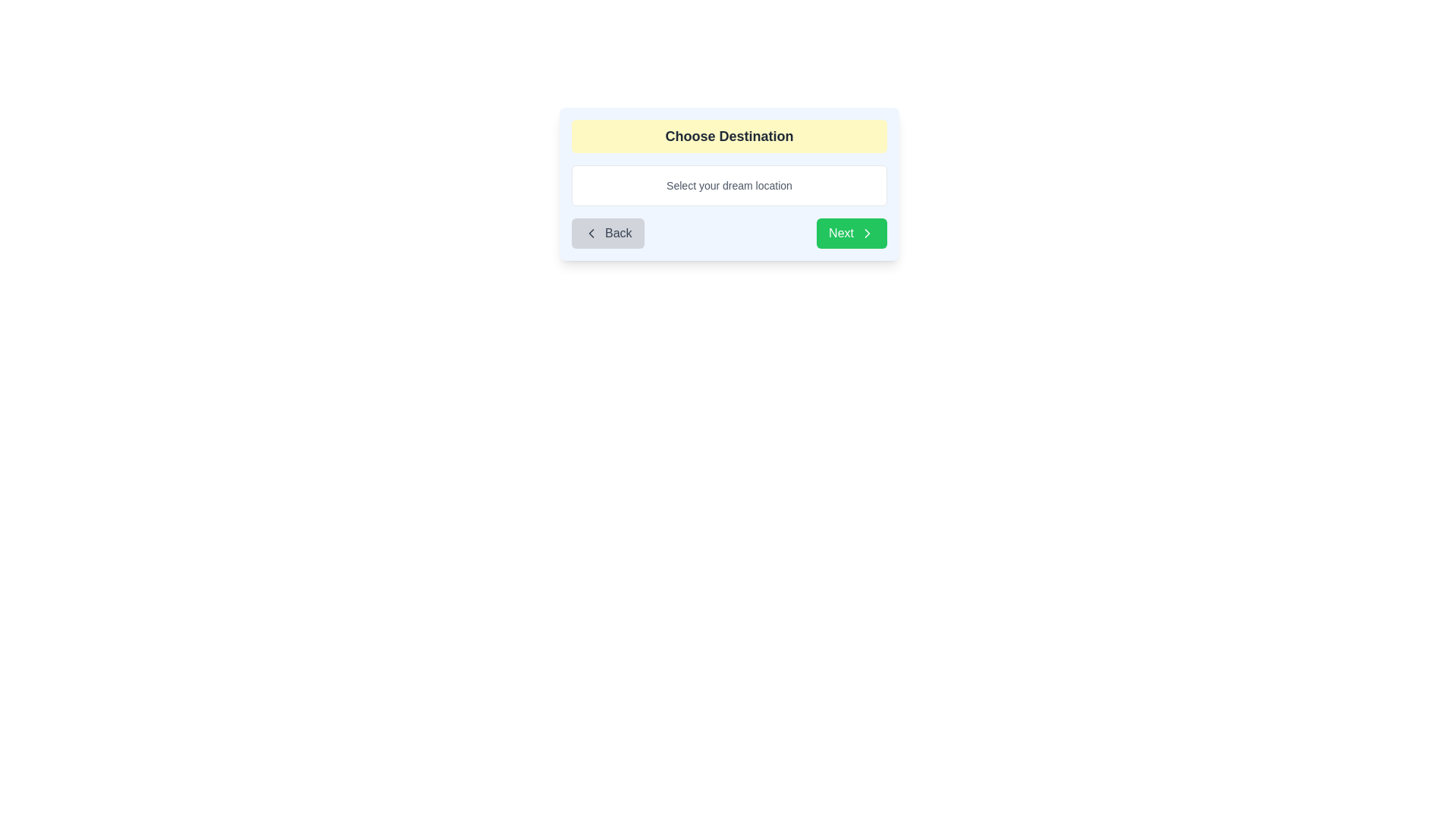  Describe the element at coordinates (867, 234) in the screenshot. I see `the chevron icon located at the right edge of the 'Next' green button at the bottom right of the form interface` at that location.